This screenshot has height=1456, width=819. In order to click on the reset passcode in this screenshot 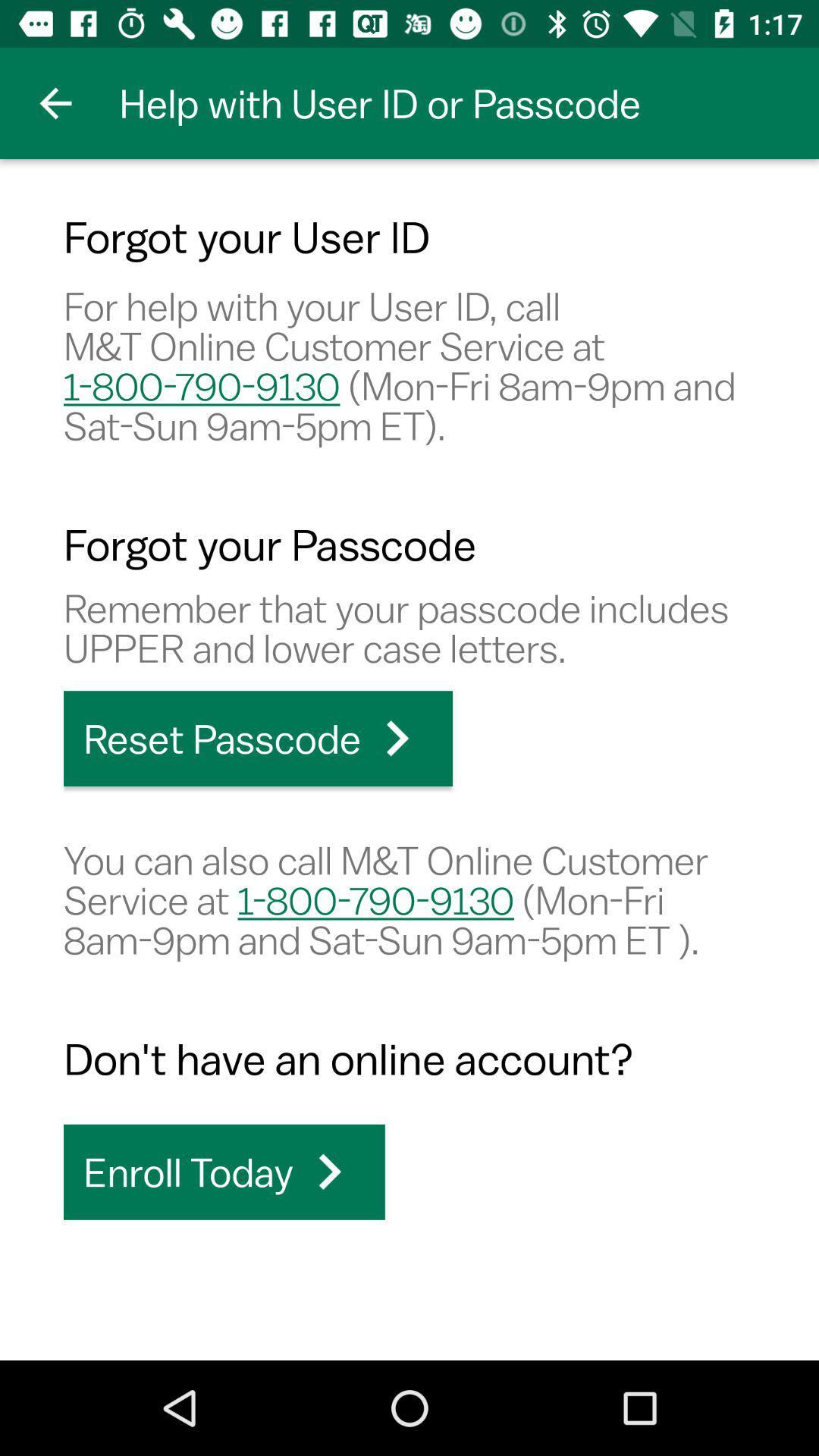, I will do `click(257, 739)`.